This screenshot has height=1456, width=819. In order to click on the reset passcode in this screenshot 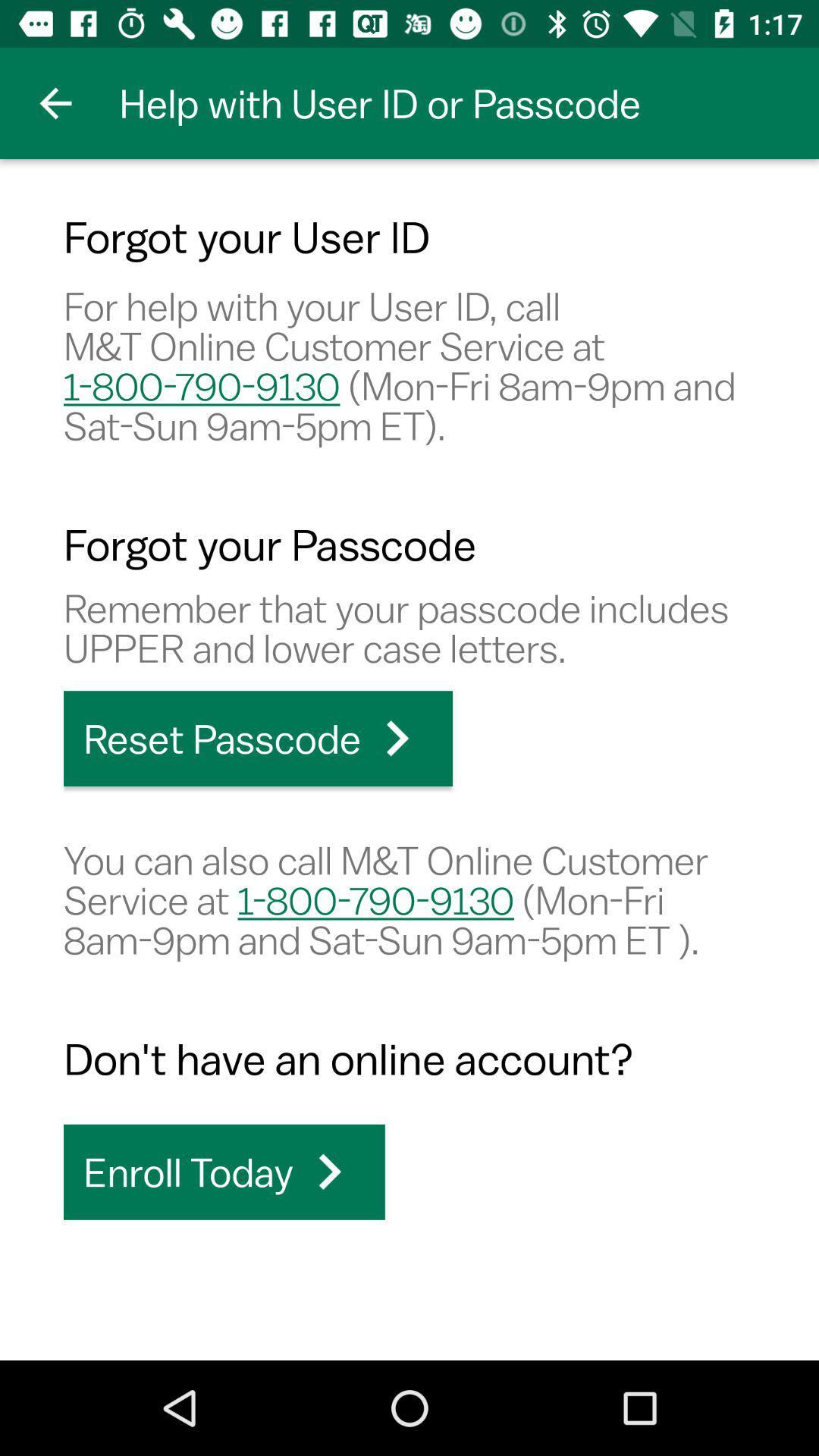, I will do `click(257, 739)`.